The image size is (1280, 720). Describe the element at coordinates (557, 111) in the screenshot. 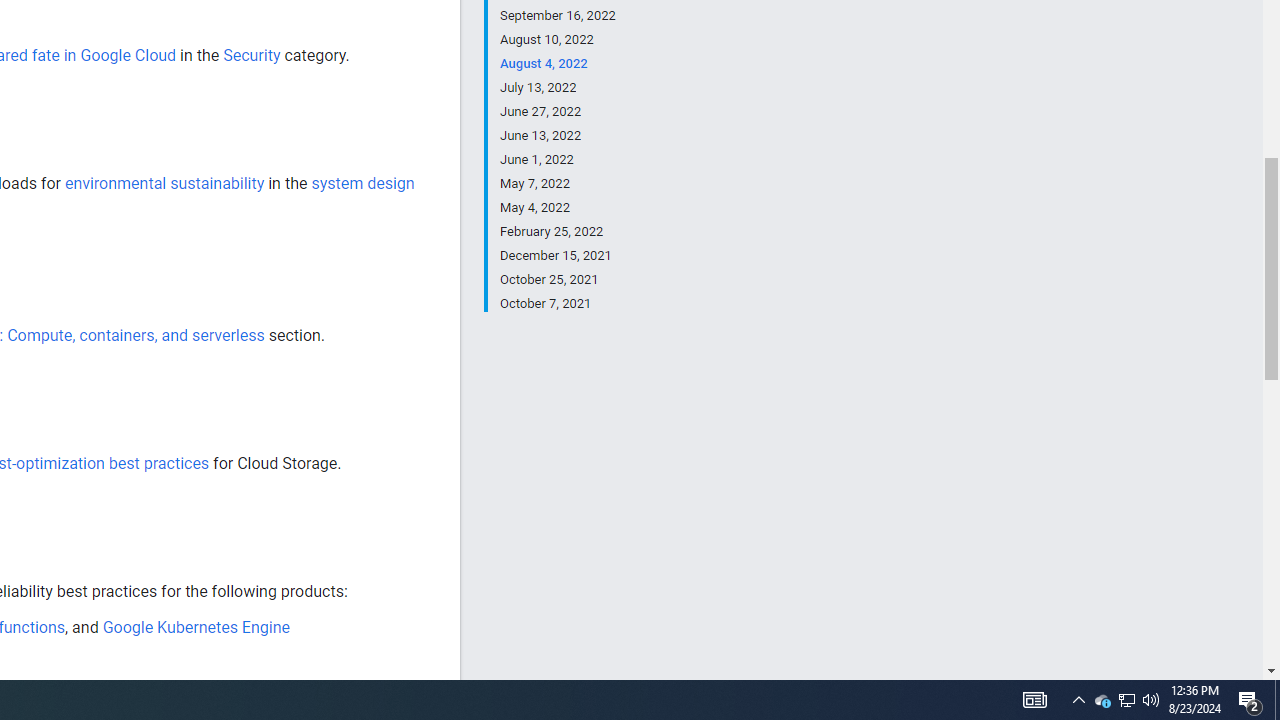

I see `'June 27, 2022'` at that location.